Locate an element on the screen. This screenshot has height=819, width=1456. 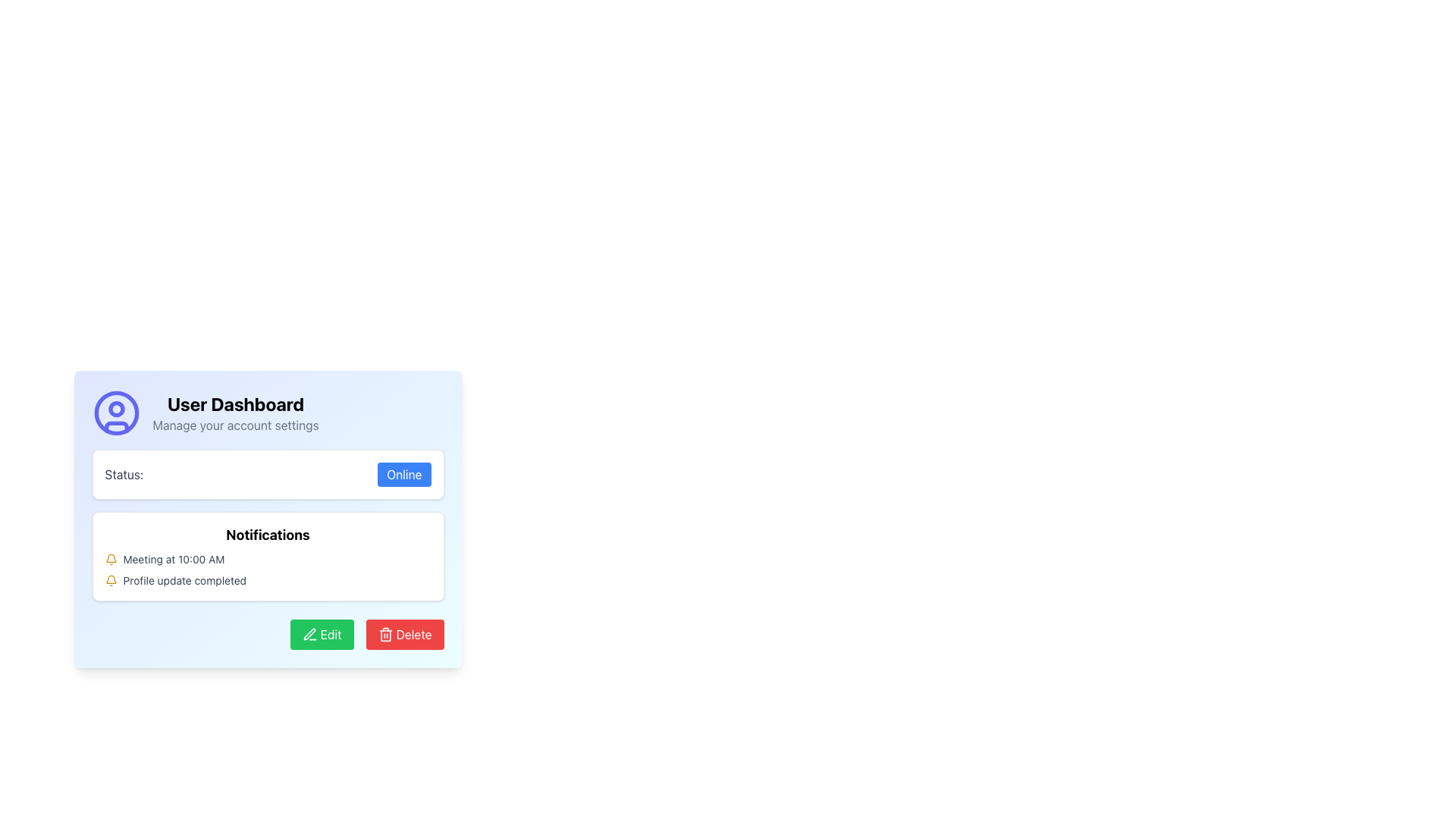
the second notification item in the 'Notifications' section, which informs the user about the completion of a profile update is located at coordinates (268, 580).